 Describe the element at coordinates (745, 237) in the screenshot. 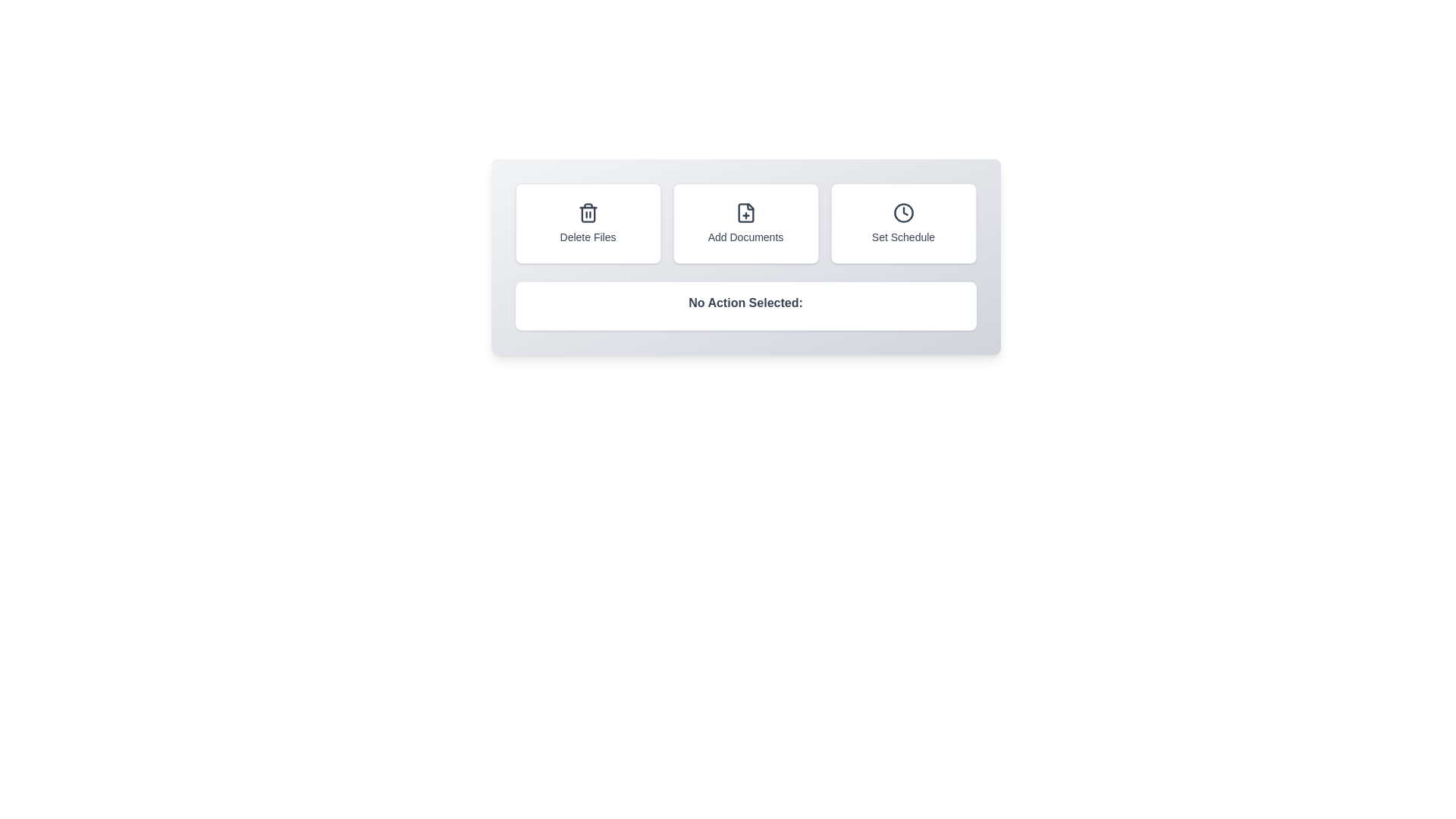

I see `the 'Add Documents' text label, which is centrally located beneath a document addition icon and between 'Delete Files' and 'Set Schedule' buttons` at that location.